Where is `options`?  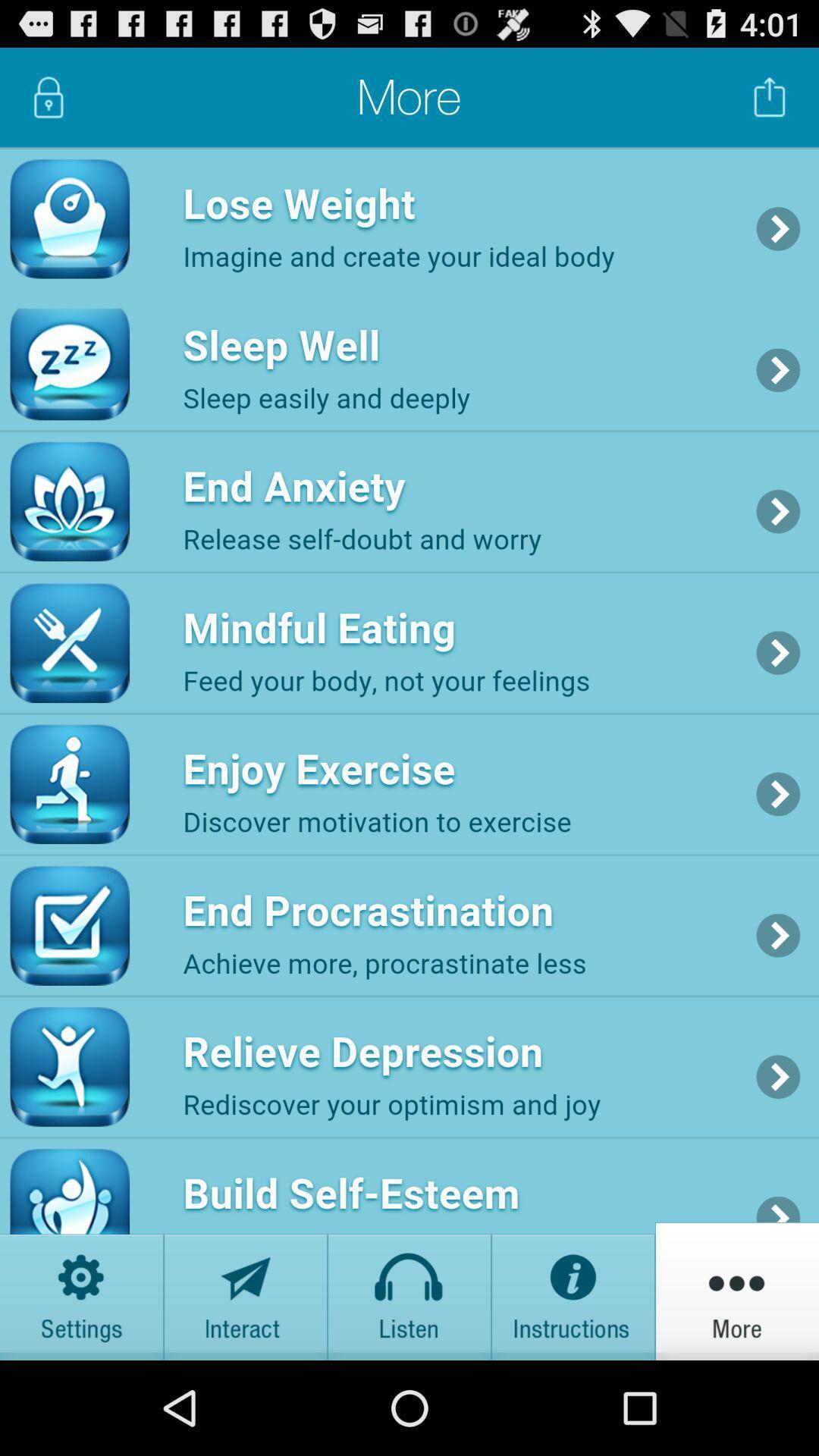
options is located at coordinates (82, 1290).